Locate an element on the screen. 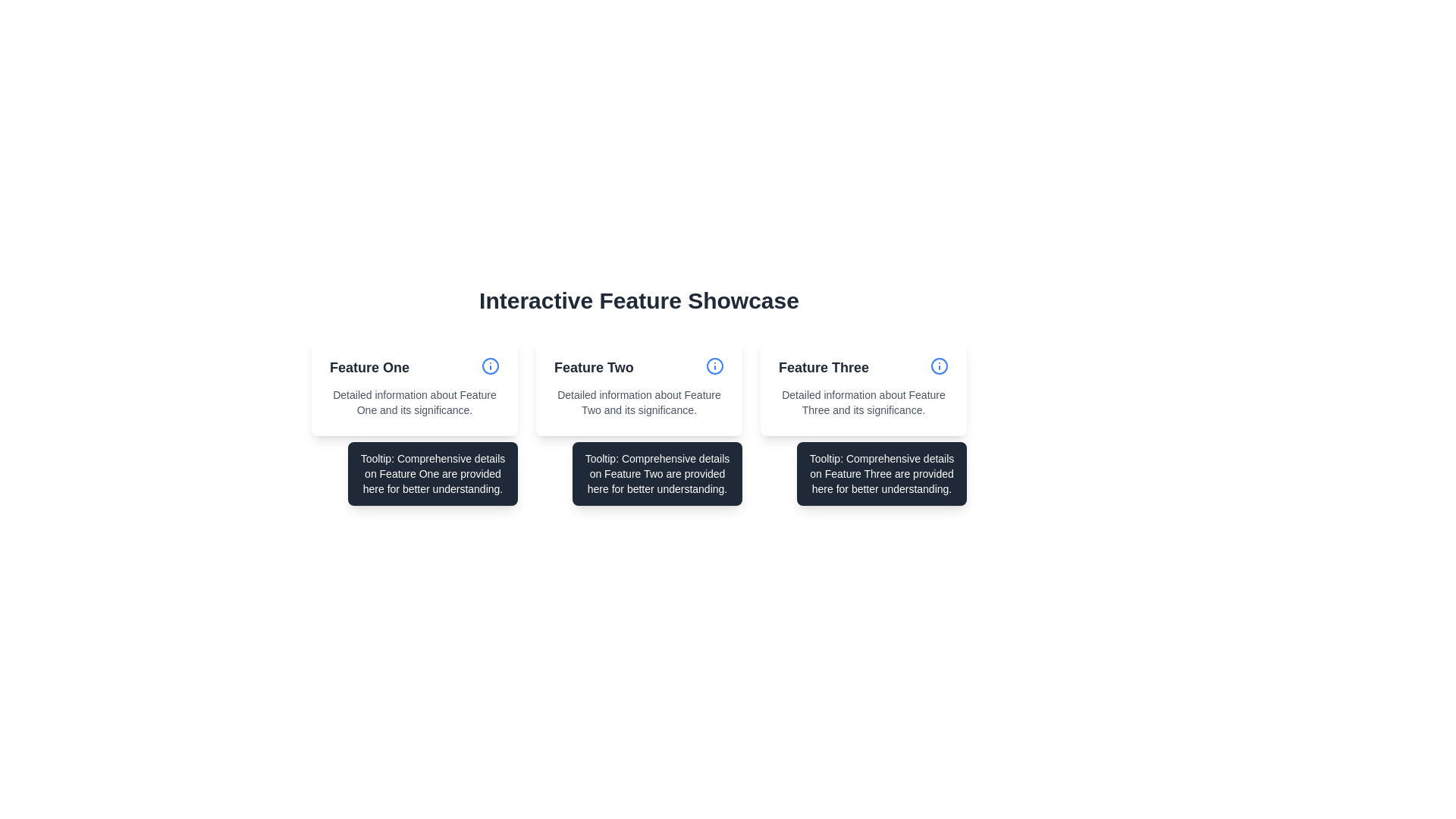  the information icon, which is a blue circular outline with a dot beneath its center, located to the right of the text 'Feature One' in the first column of three sections is located at coordinates (491, 368).